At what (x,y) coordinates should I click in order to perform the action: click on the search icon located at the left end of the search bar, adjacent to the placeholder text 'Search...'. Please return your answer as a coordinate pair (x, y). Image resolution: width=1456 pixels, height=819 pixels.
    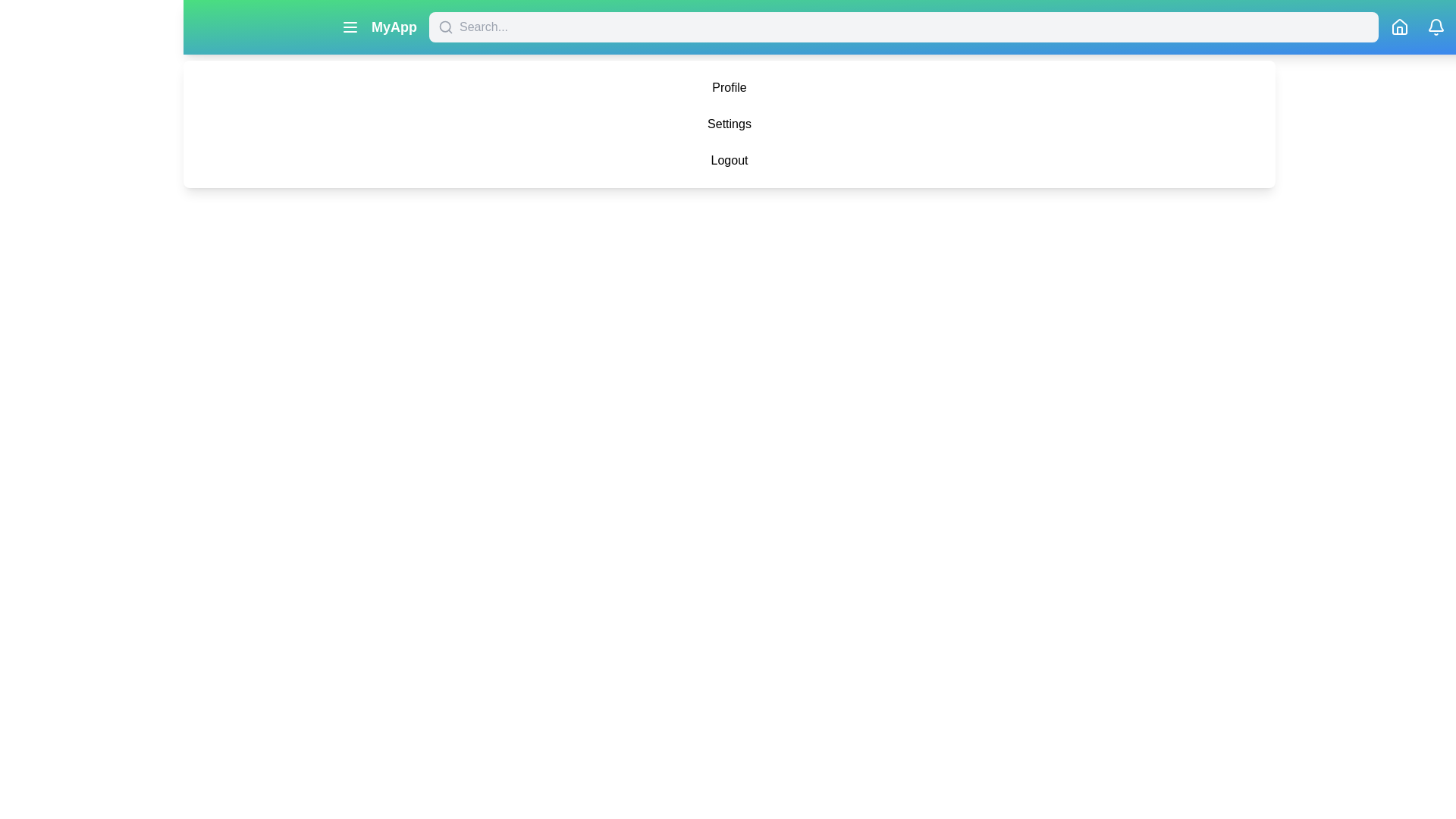
    Looking at the image, I should click on (445, 27).